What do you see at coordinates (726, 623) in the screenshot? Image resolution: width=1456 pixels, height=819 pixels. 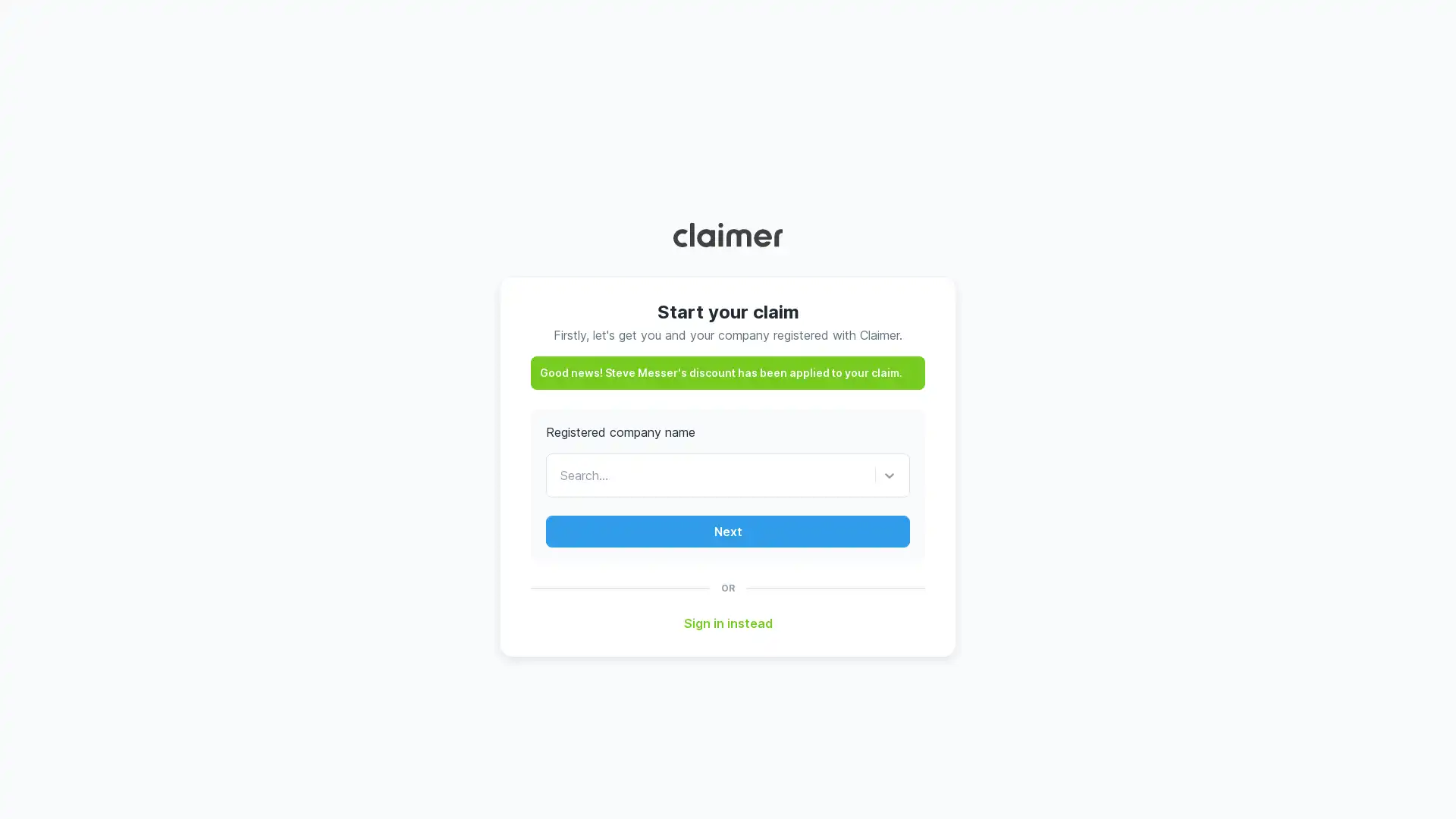 I see `Sign in instead` at bounding box center [726, 623].